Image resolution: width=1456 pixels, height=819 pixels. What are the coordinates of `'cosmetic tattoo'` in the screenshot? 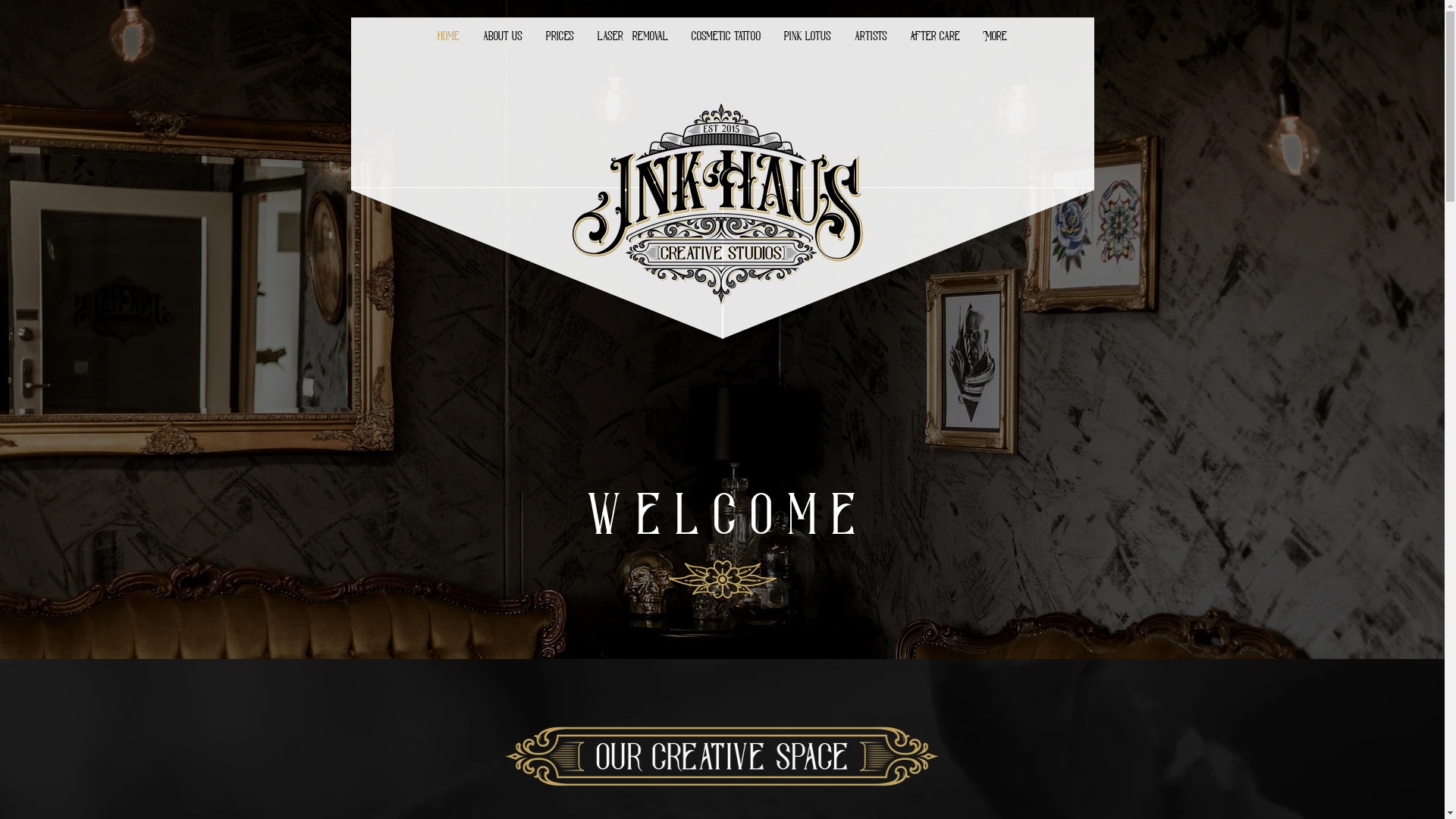 It's located at (724, 35).